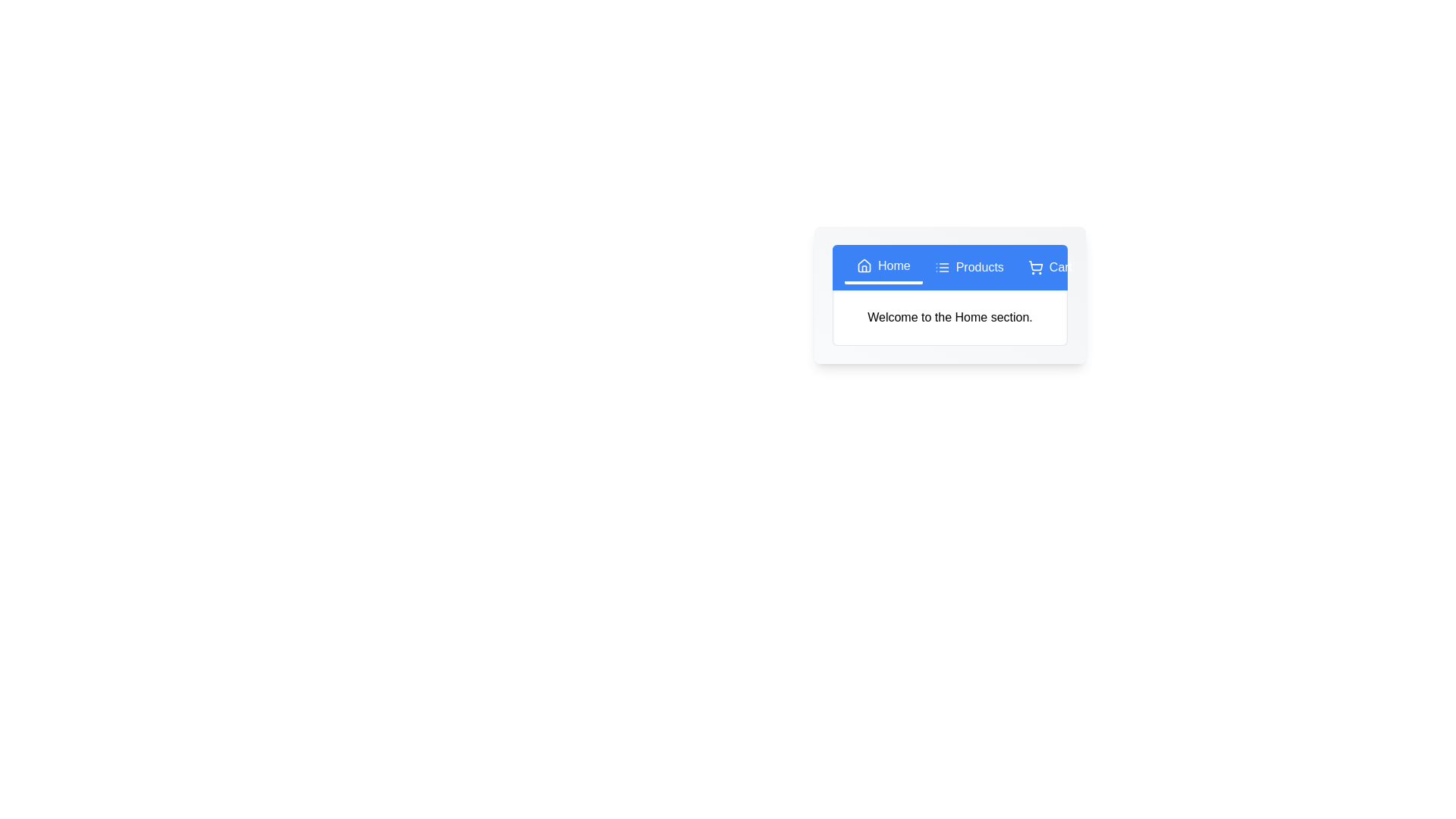 This screenshot has height=819, width=1456. What do you see at coordinates (1049, 267) in the screenshot?
I see `the 'Cart' tab to view its content` at bounding box center [1049, 267].